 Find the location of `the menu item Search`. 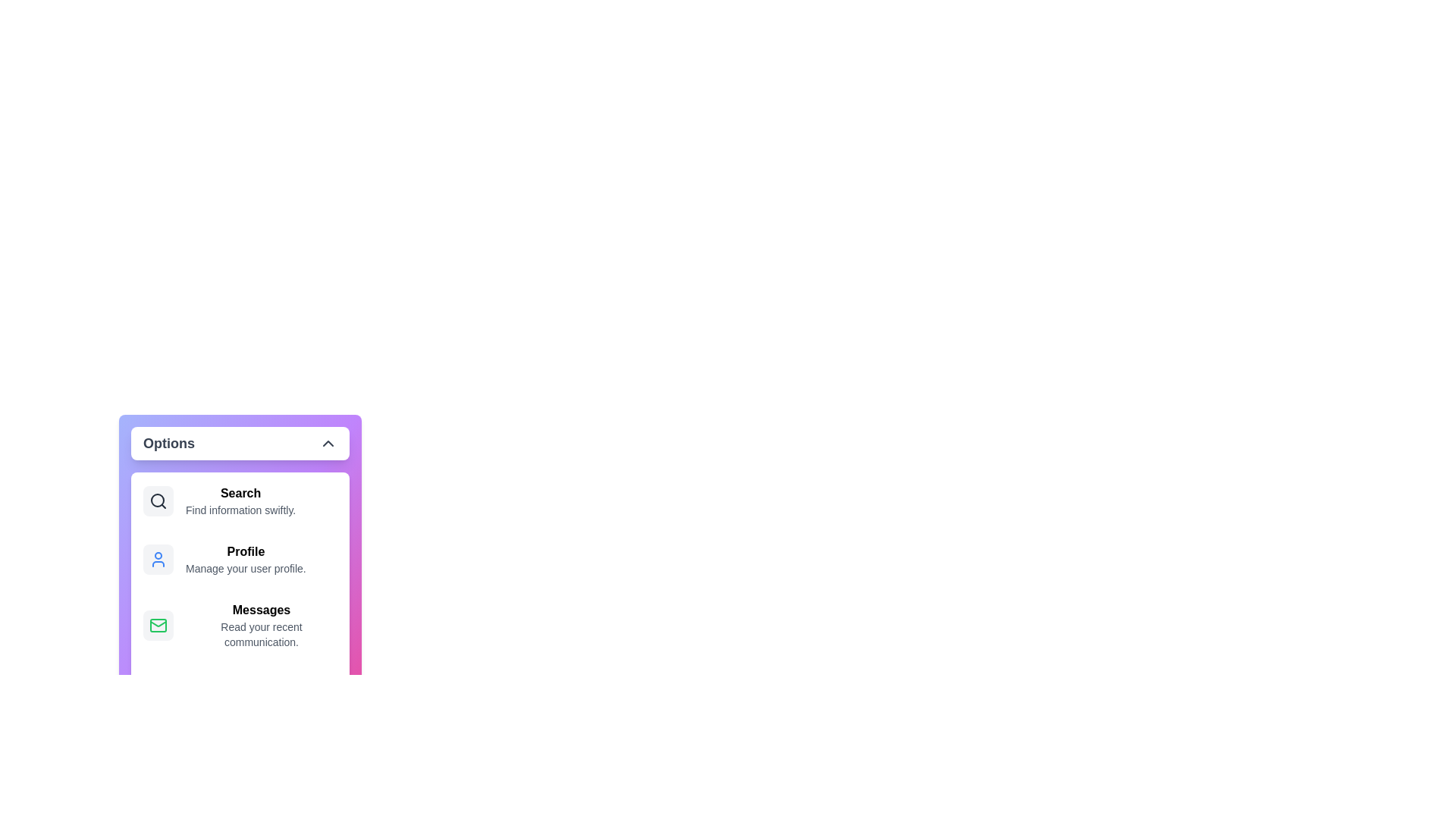

the menu item Search is located at coordinates (239, 500).